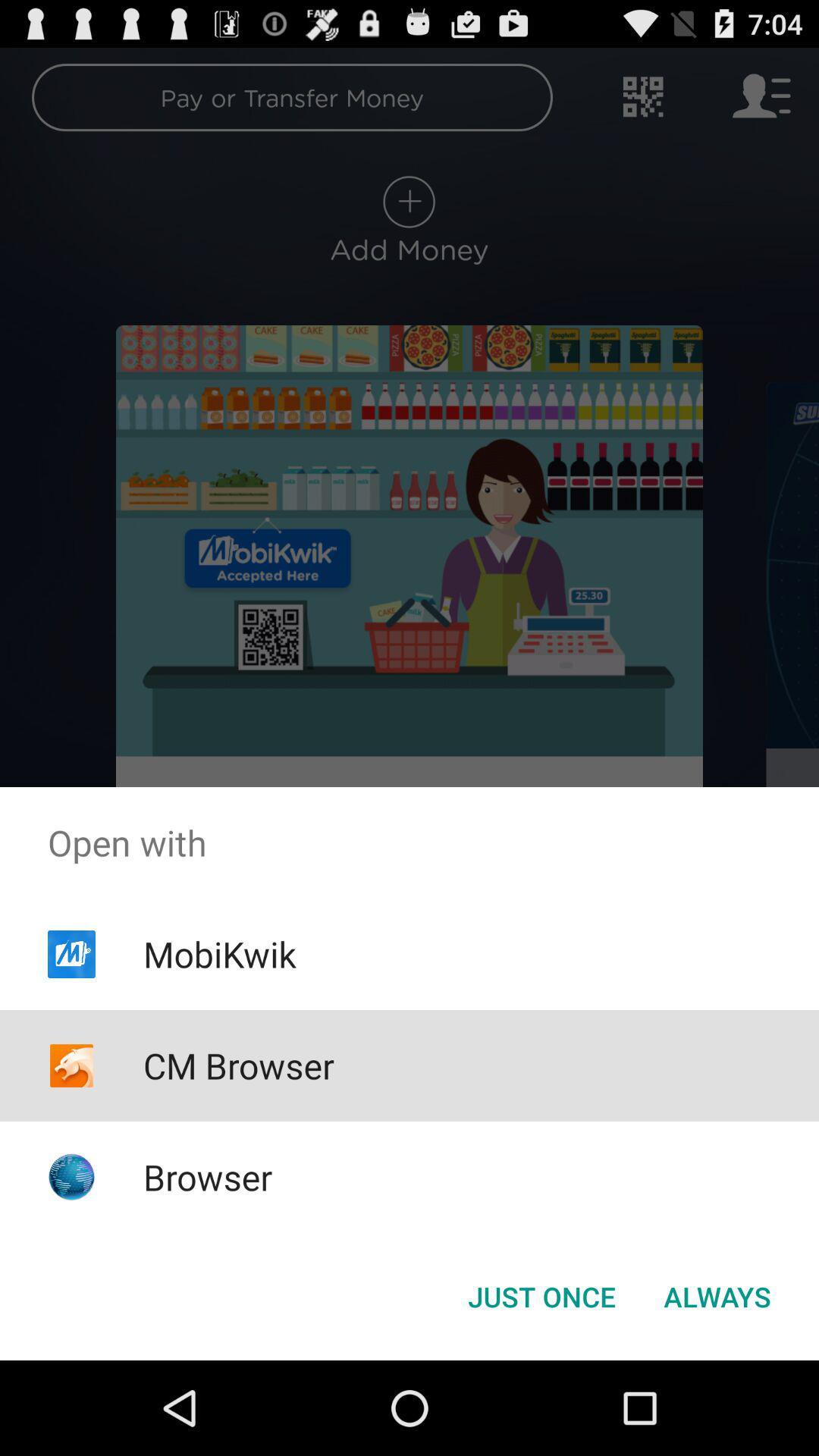  What do you see at coordinates (239, 1065) in the screenshot?
I see `the cm browser icon` at bounding box center [239, 1065].